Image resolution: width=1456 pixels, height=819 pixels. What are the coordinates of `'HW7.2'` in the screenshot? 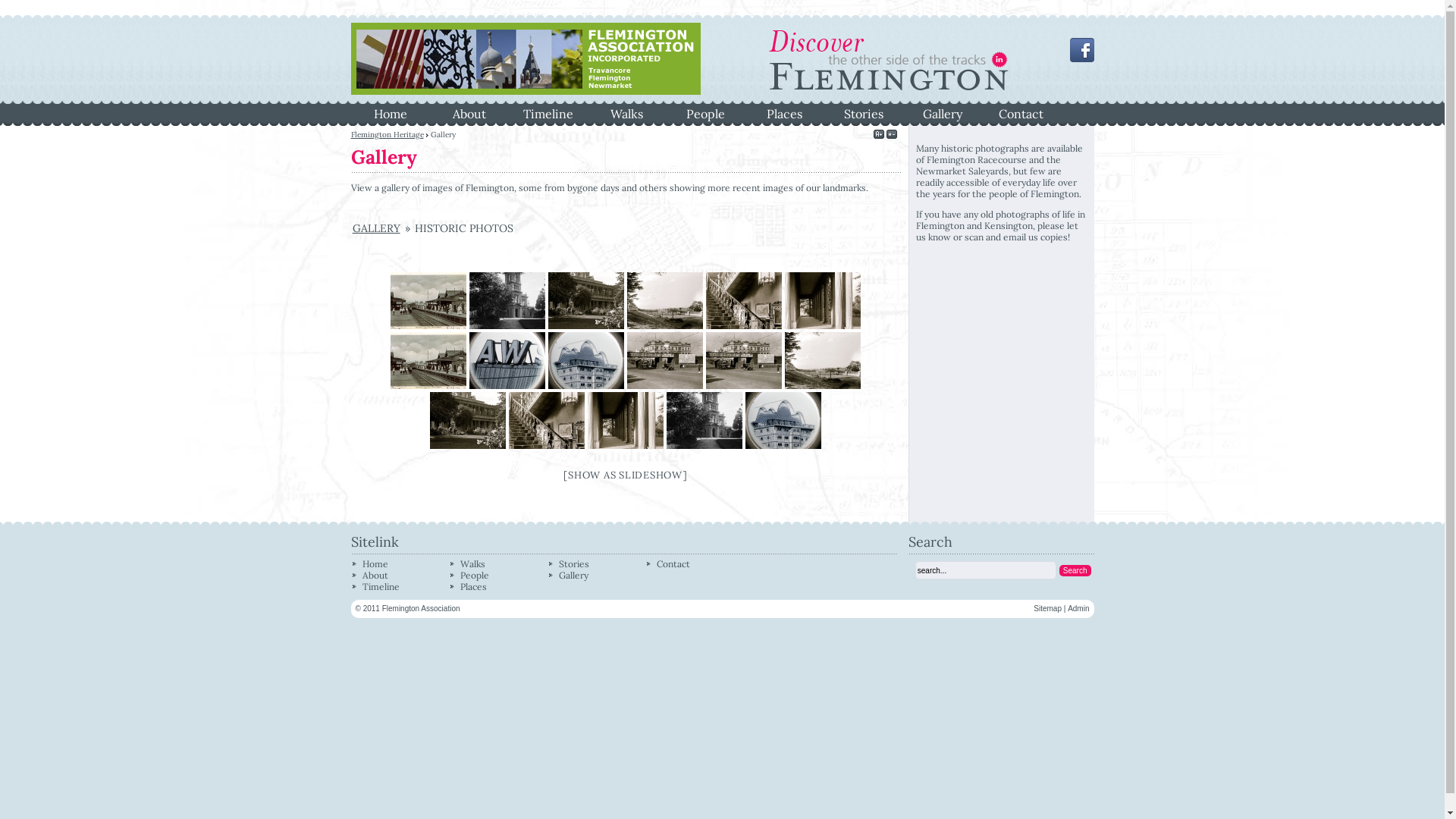 It's located at (743, 360).